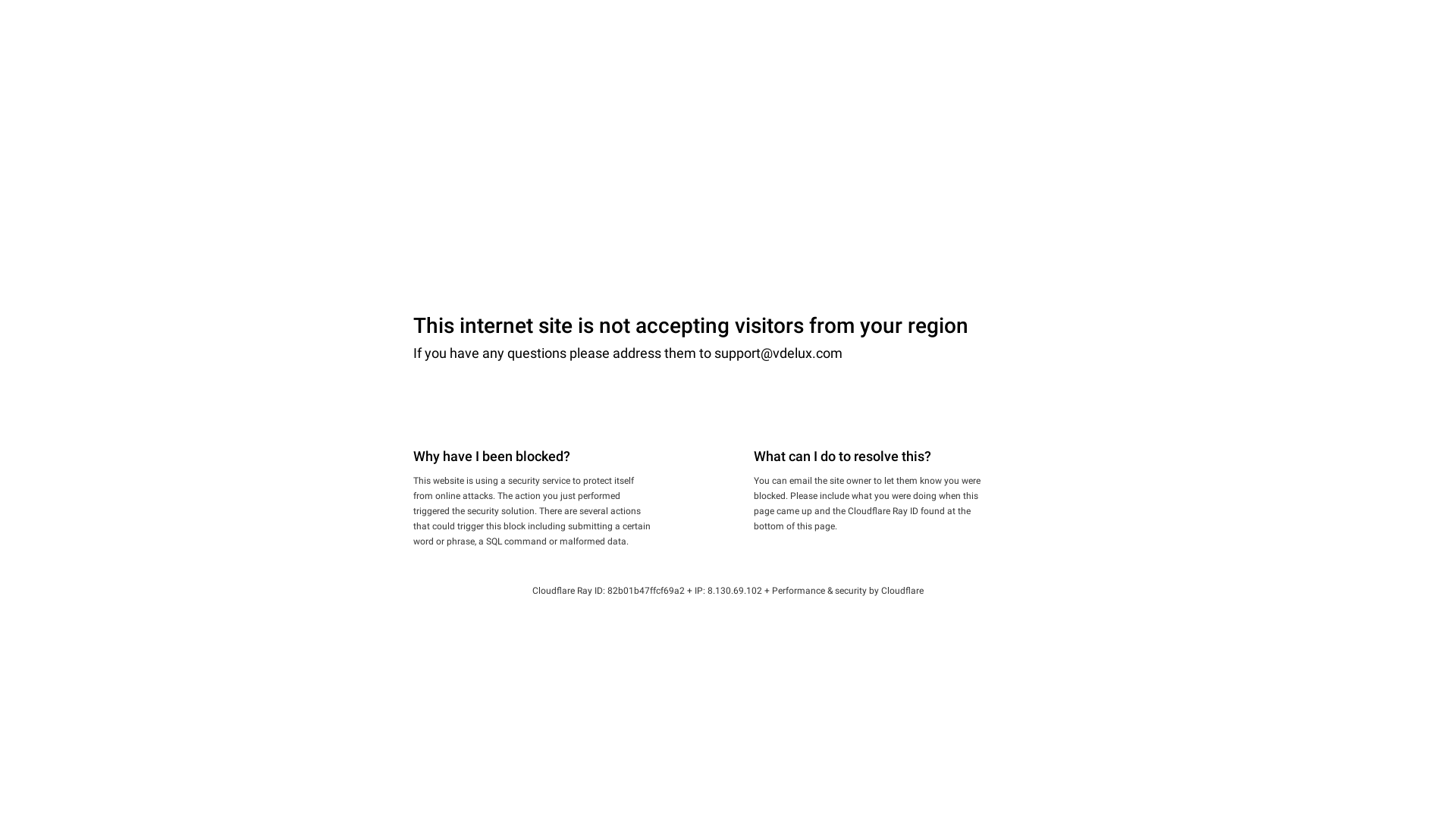 The height and width of the screenshot is (819, 1456). Describe the element at coordinates (902, 590) in the screenshot. I see `'Cloudflare'` at that location.